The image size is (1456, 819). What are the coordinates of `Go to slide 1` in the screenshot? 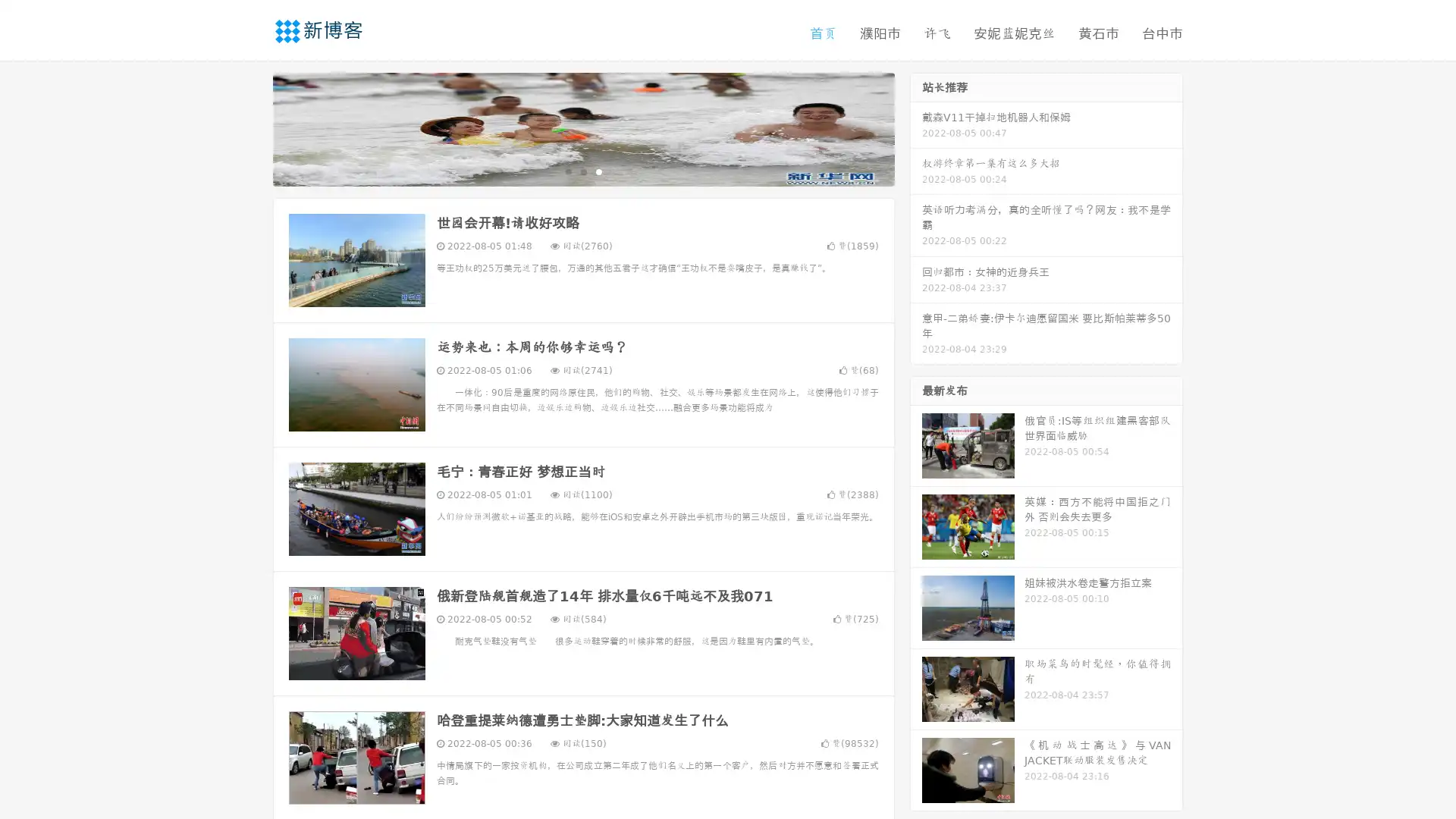 It's located at (567, 171).